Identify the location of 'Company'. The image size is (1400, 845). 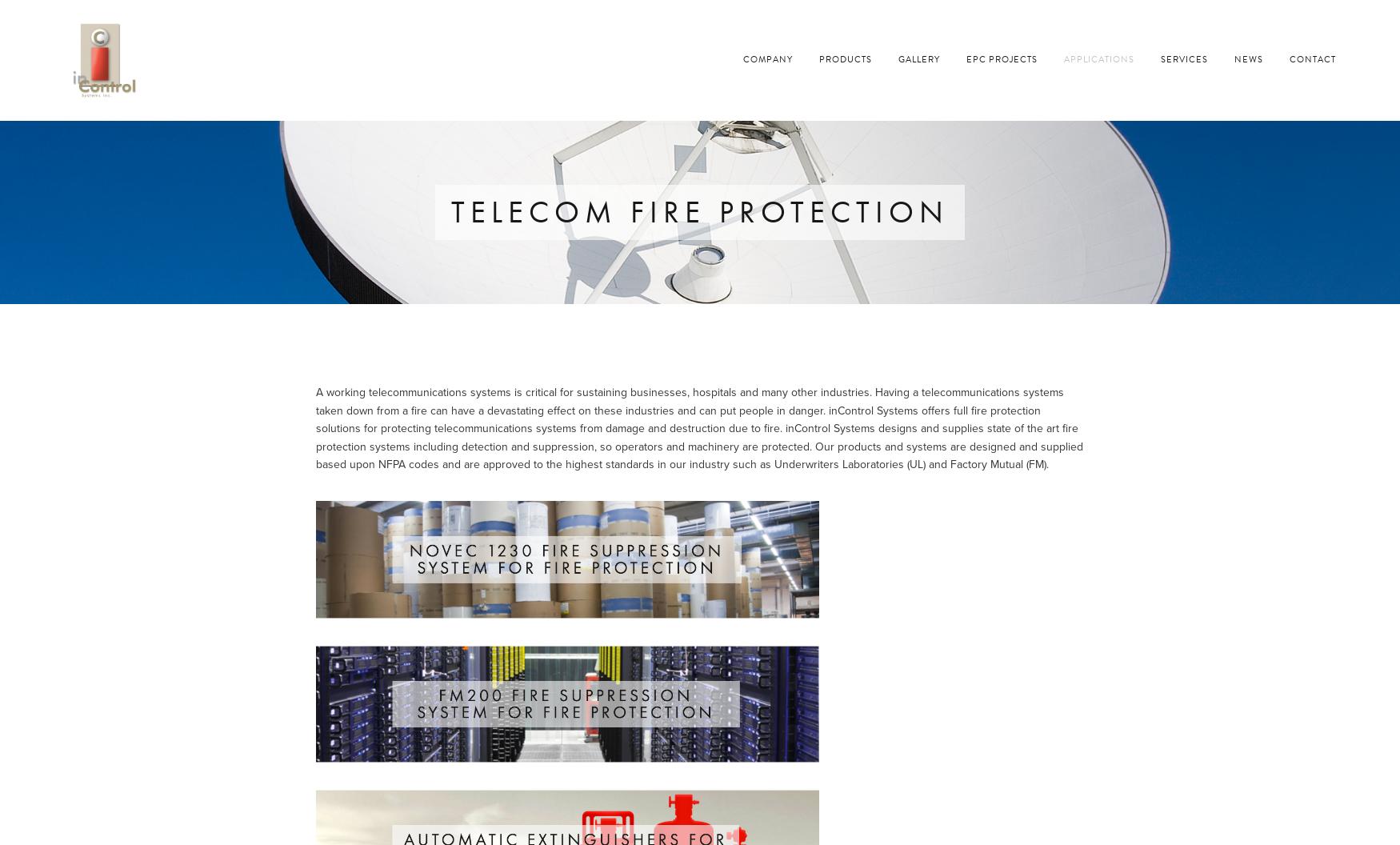
(768, 58).